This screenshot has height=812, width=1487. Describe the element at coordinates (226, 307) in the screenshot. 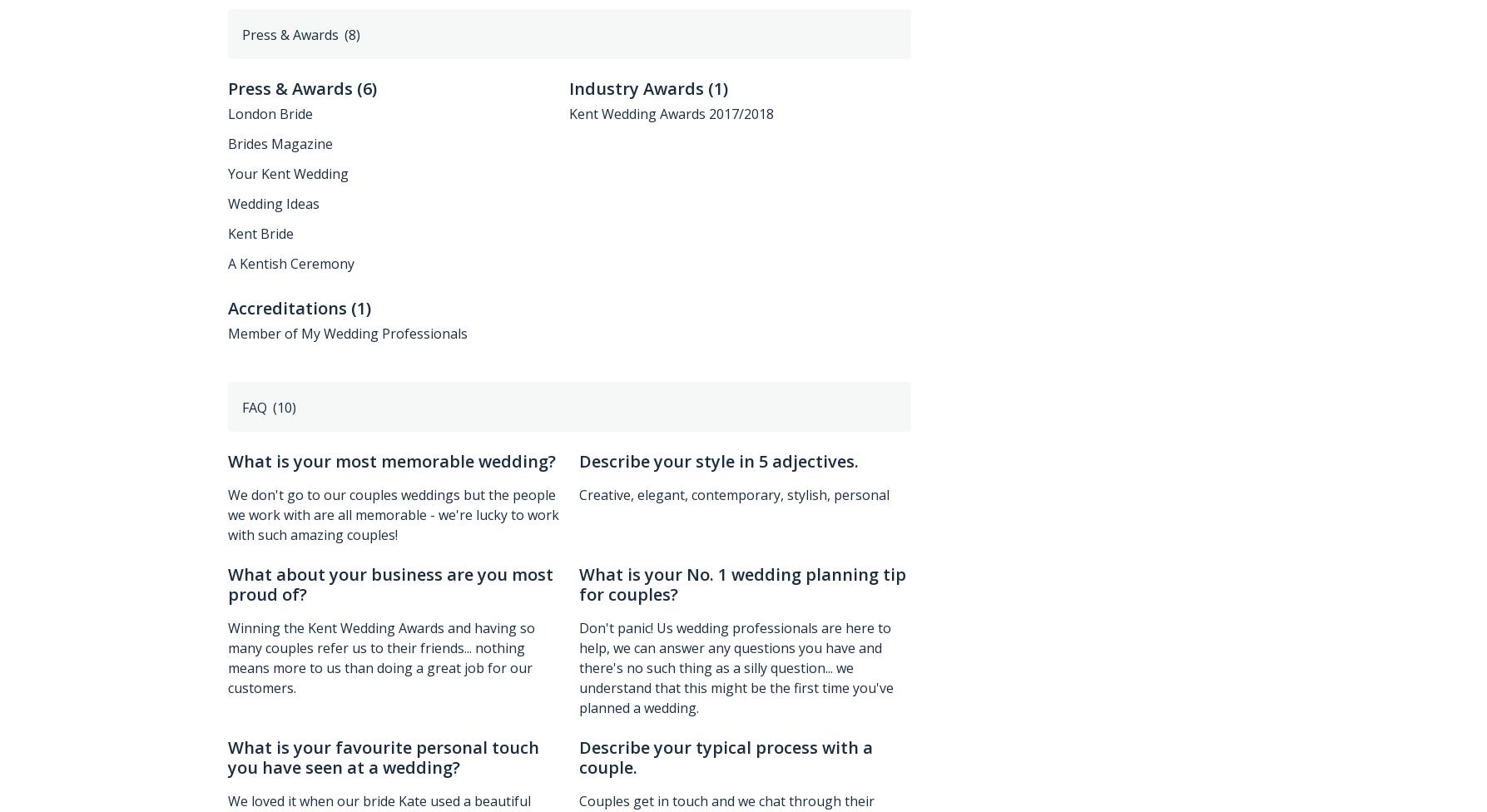

I see `'Accreditations'` at that location.